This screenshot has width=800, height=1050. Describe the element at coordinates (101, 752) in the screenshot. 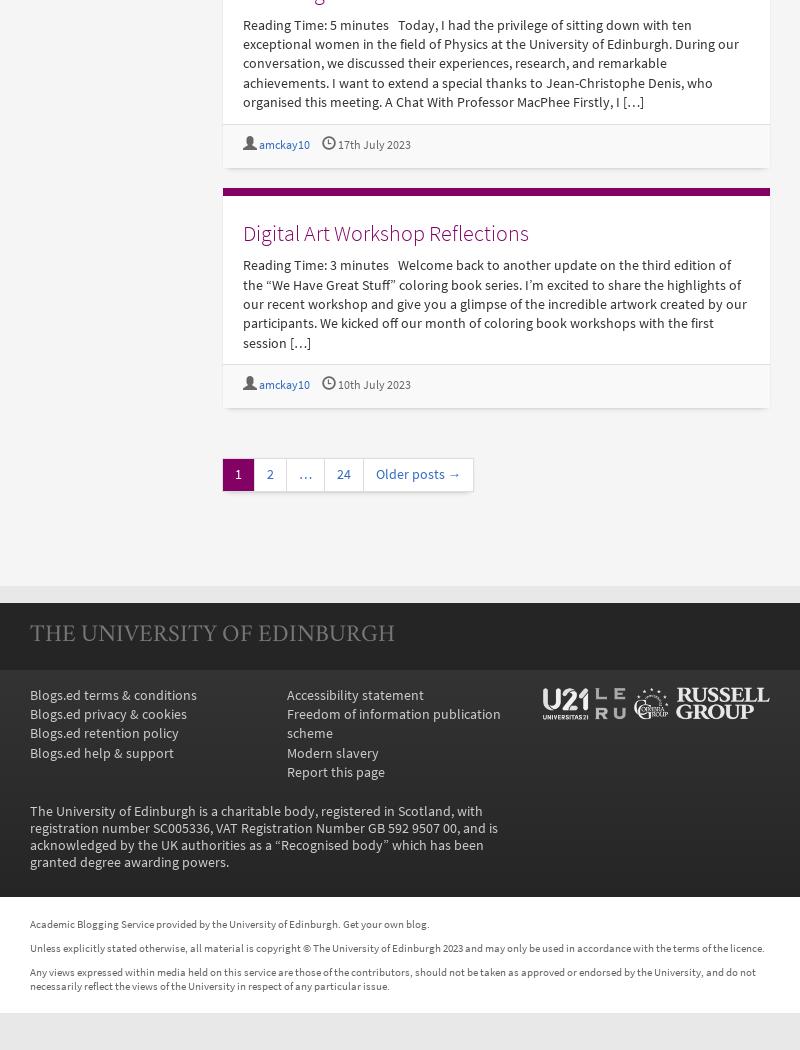

I see `'Blogs.ed help & support'` at that location.